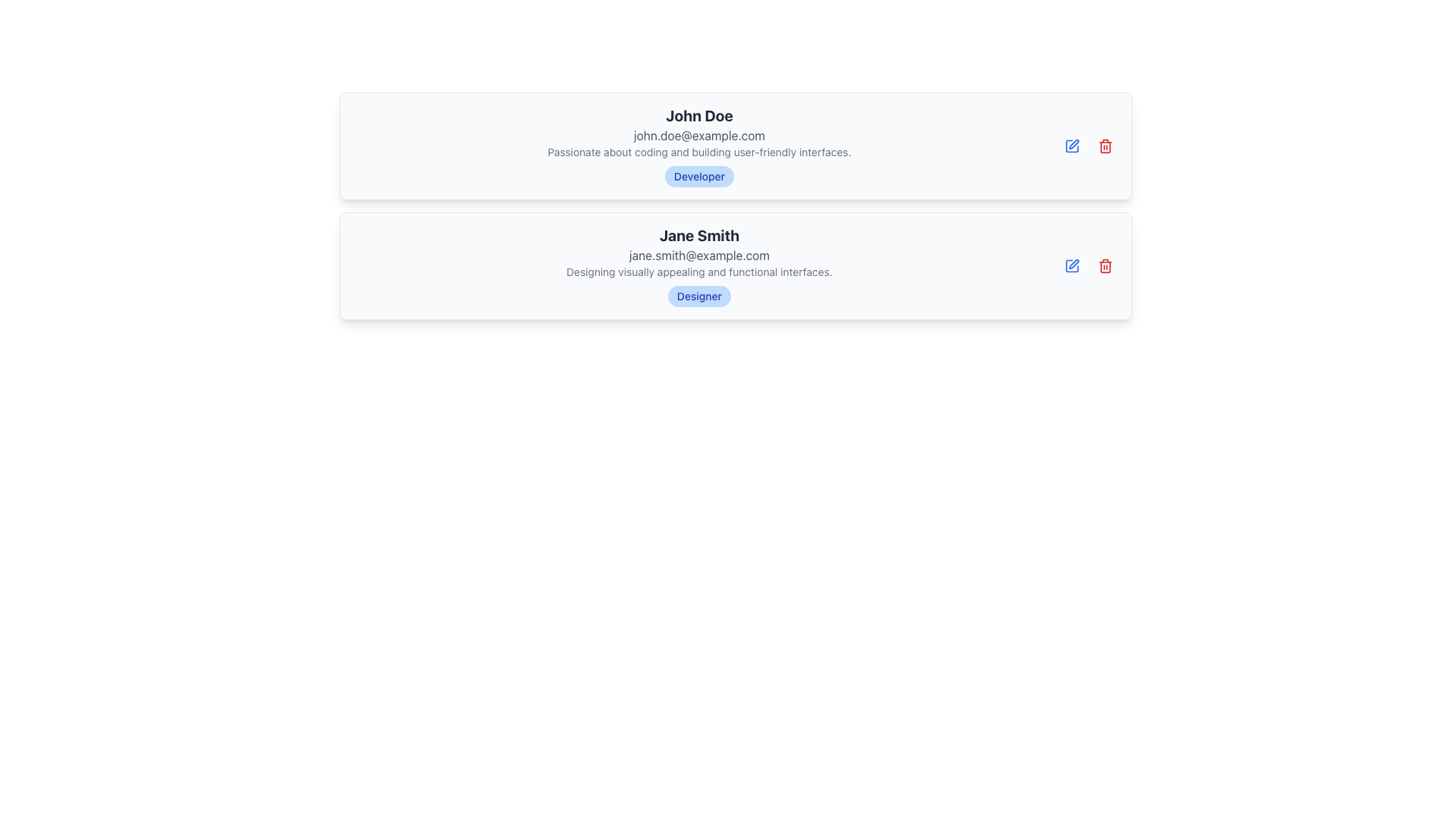 This screenshot has height=819, width=1456. I want to click on the profile card displaying user details, which is the second card in a vertical list beneath 'John Doe', so click(698, 265).